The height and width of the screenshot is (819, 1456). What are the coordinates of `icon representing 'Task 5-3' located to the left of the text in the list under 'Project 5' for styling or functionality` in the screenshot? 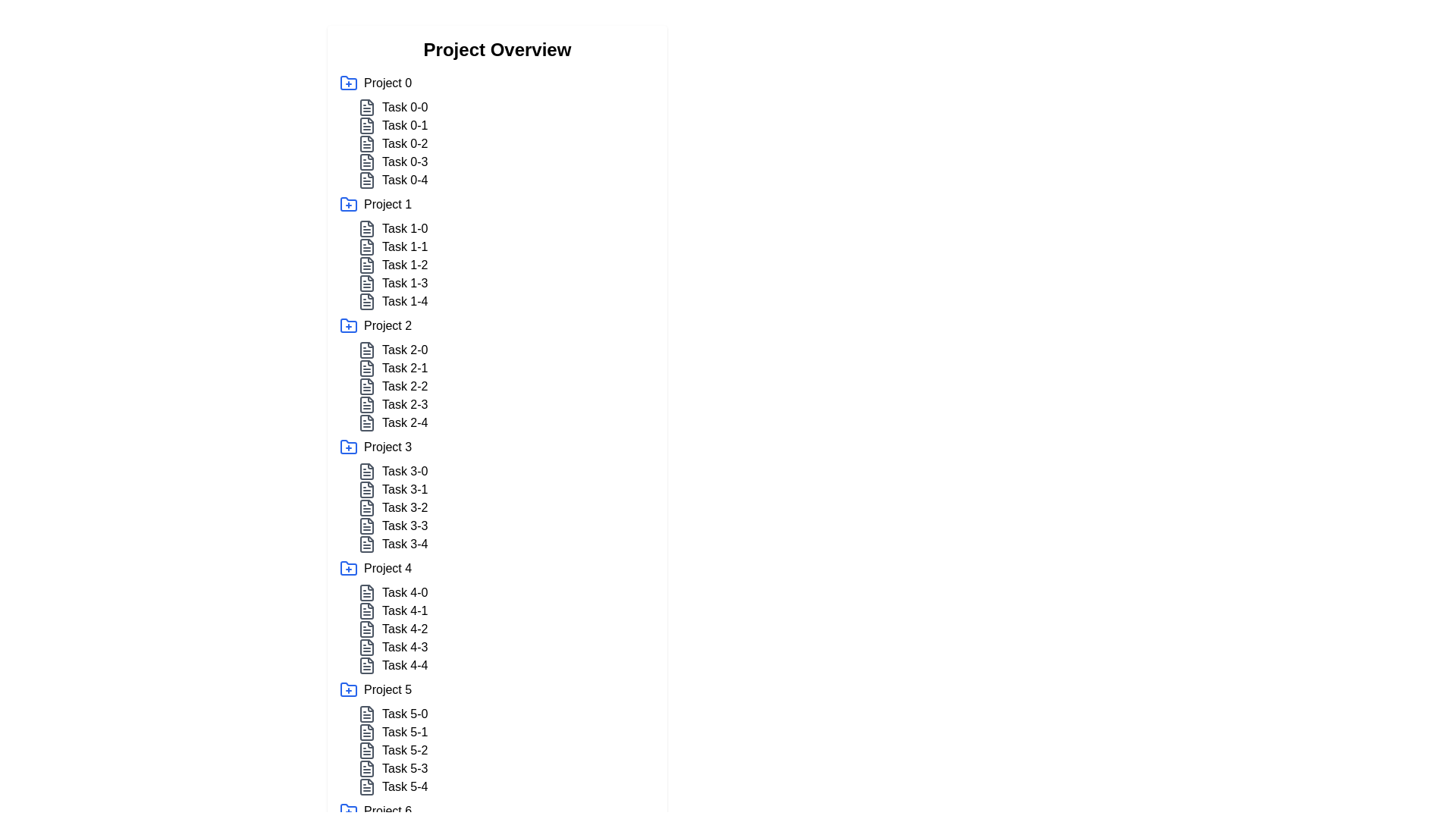 It's located at (367, 769).